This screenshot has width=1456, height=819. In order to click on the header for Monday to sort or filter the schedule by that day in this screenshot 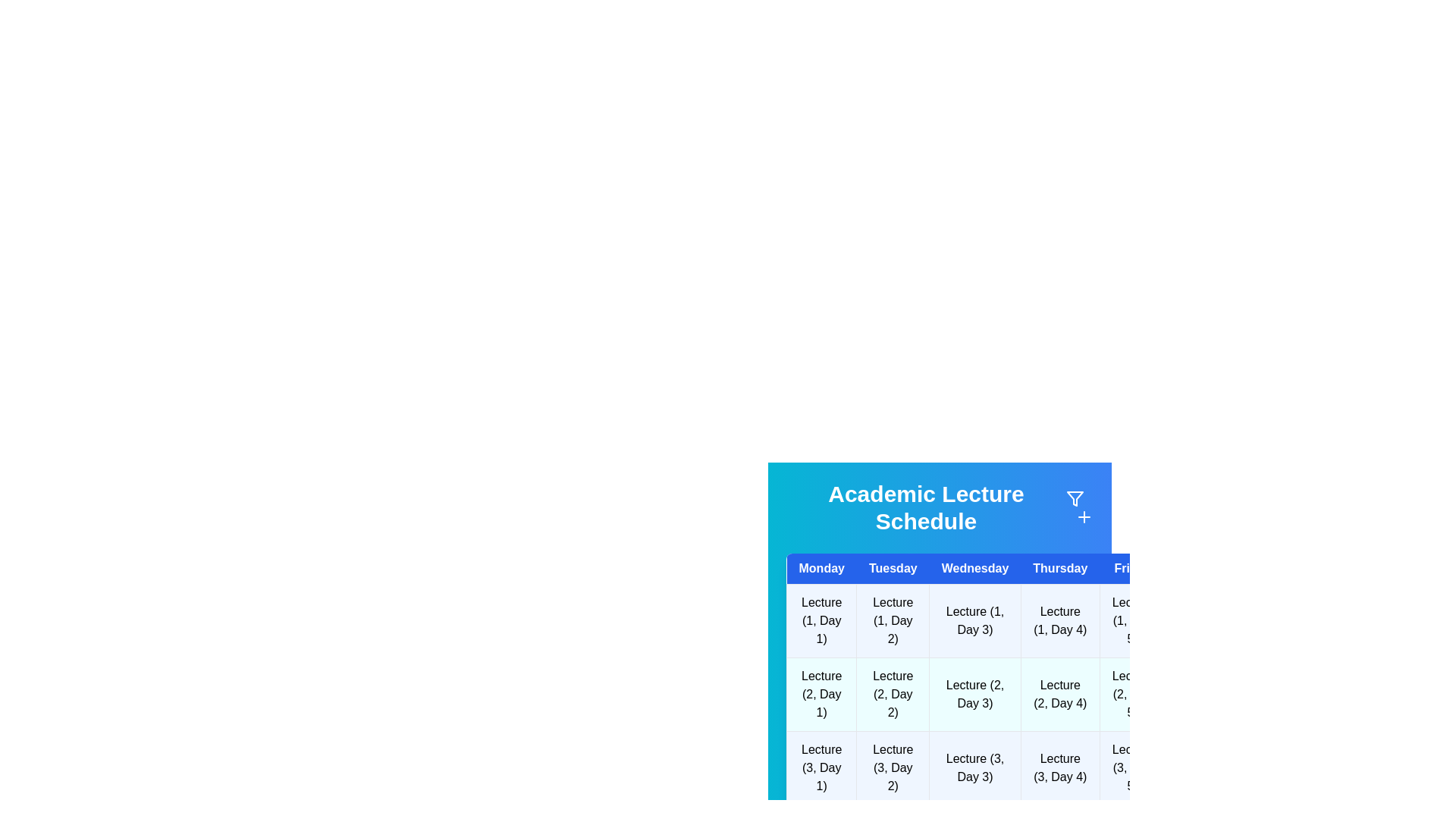, I will do `click(821, 569)`.